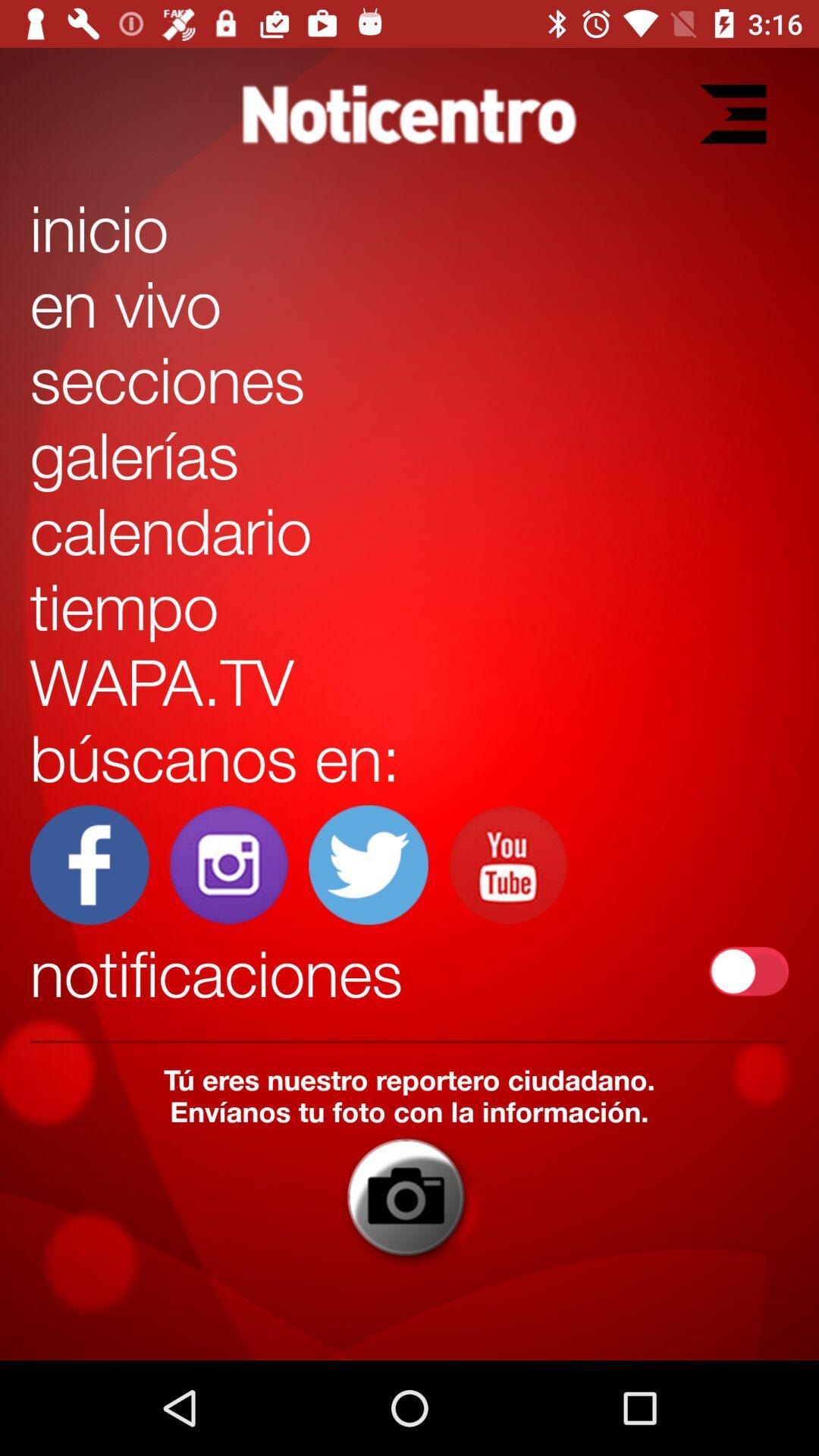  Describe the element at coordinates (89, 864) in the screenshot. I see `share to facebook` at that location.